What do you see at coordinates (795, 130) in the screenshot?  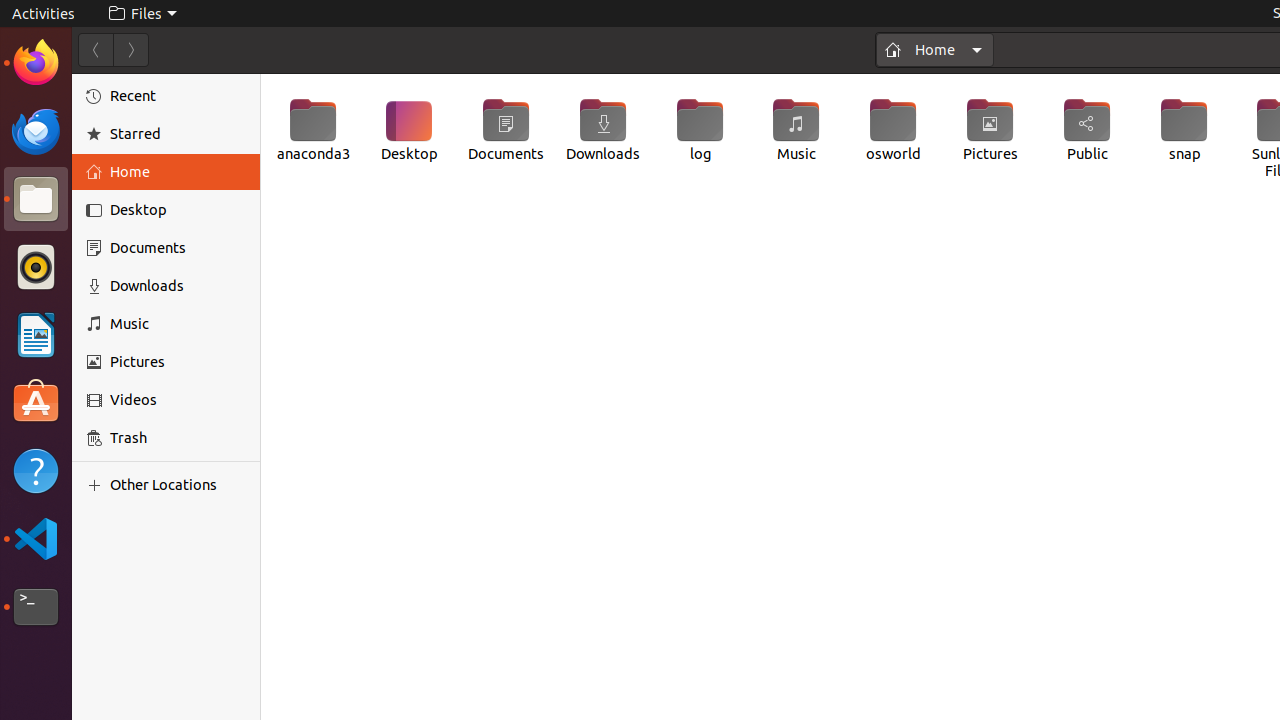 I see `'Music'` at bounding box center [795, 130].